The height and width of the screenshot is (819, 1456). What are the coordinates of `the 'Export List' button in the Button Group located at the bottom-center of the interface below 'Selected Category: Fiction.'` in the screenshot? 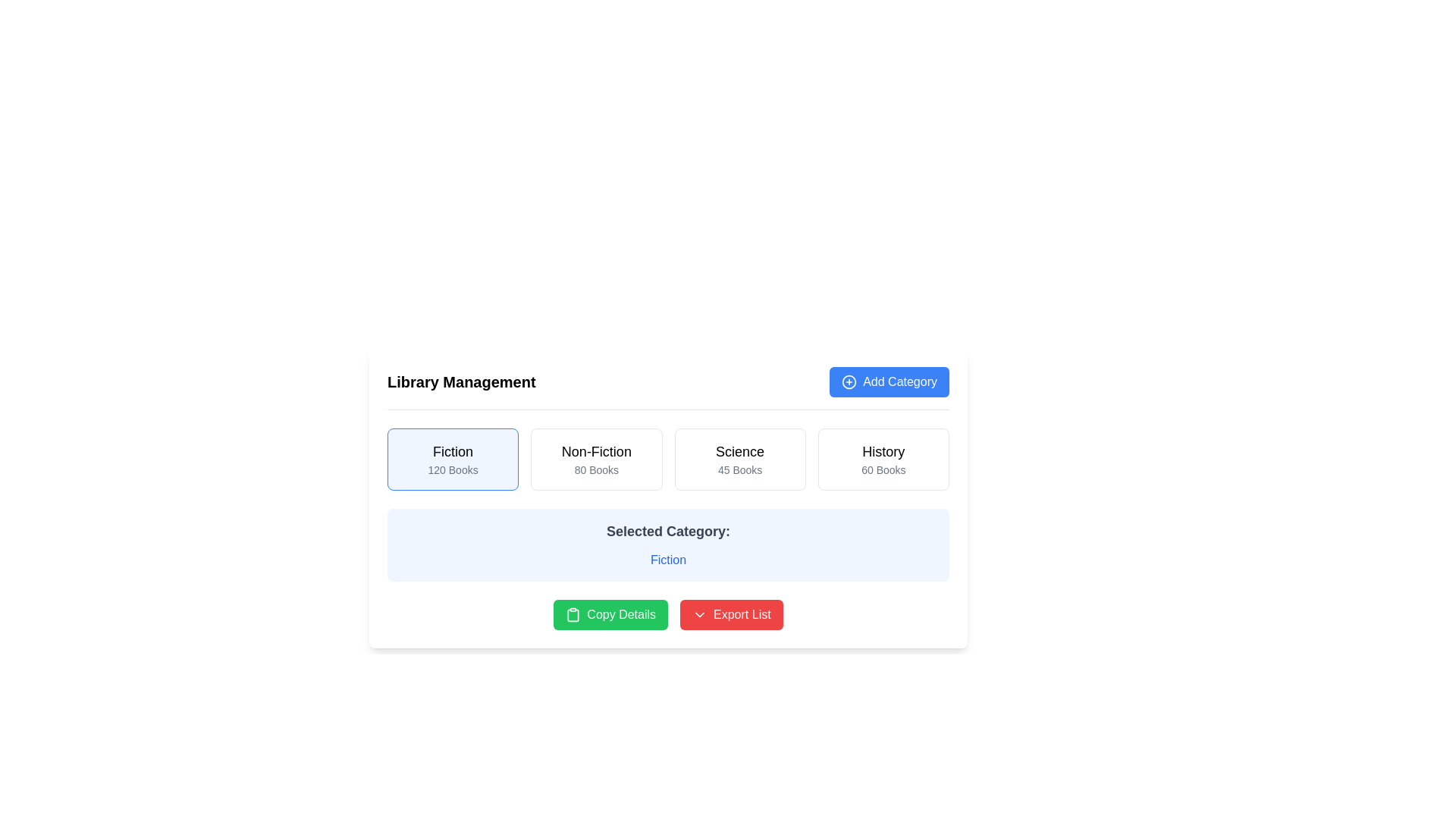 It's located at (667, 614).